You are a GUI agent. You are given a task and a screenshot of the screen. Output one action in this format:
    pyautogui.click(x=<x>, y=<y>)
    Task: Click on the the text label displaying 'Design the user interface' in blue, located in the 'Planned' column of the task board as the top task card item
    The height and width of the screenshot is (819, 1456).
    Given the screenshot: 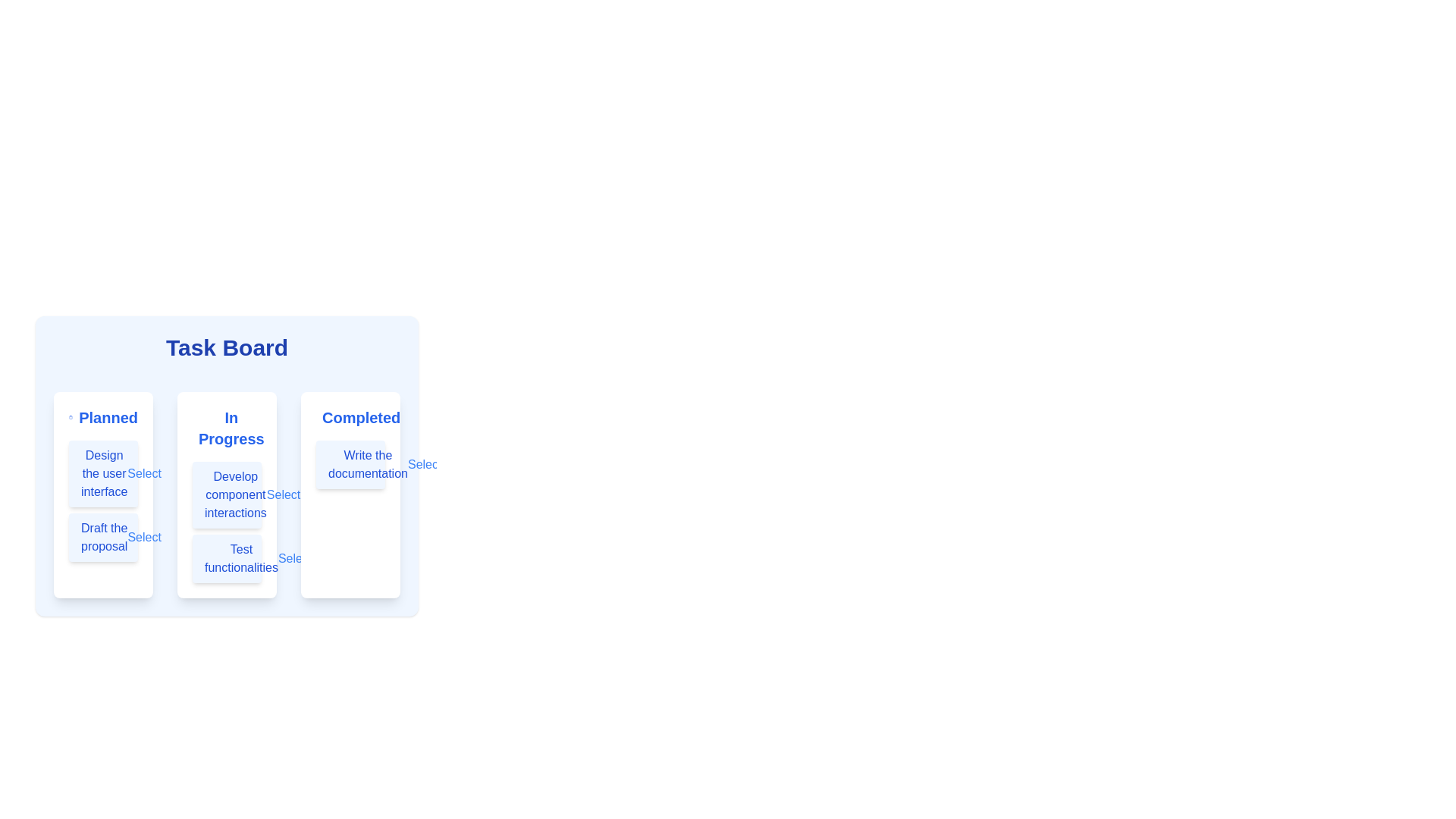 What is the action you would take?
    pyautogui.click(x=103, y=472)
    